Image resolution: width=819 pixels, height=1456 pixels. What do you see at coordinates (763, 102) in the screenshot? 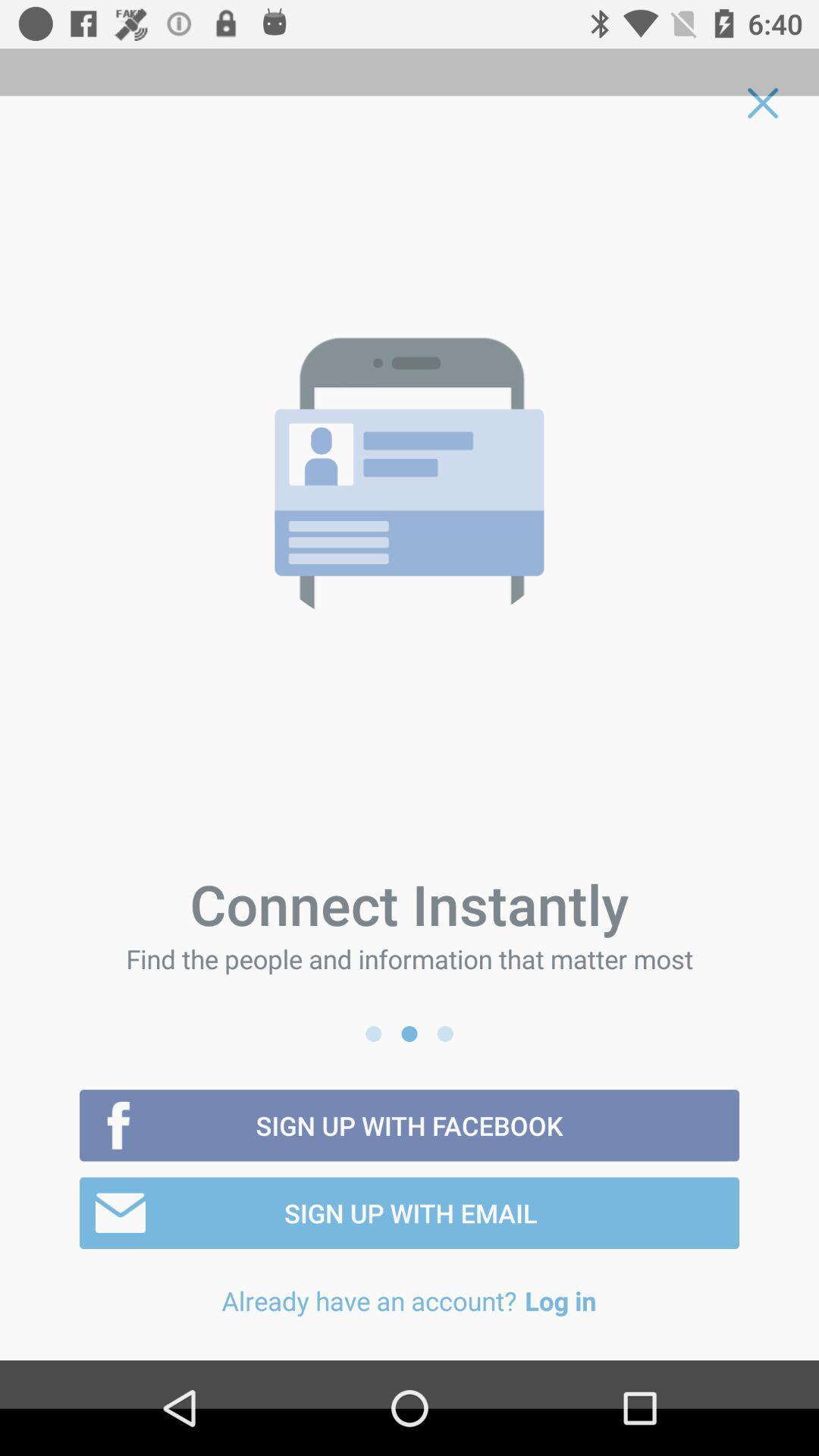
I see `icon at the top right corner` at bounding box center [763, 102].